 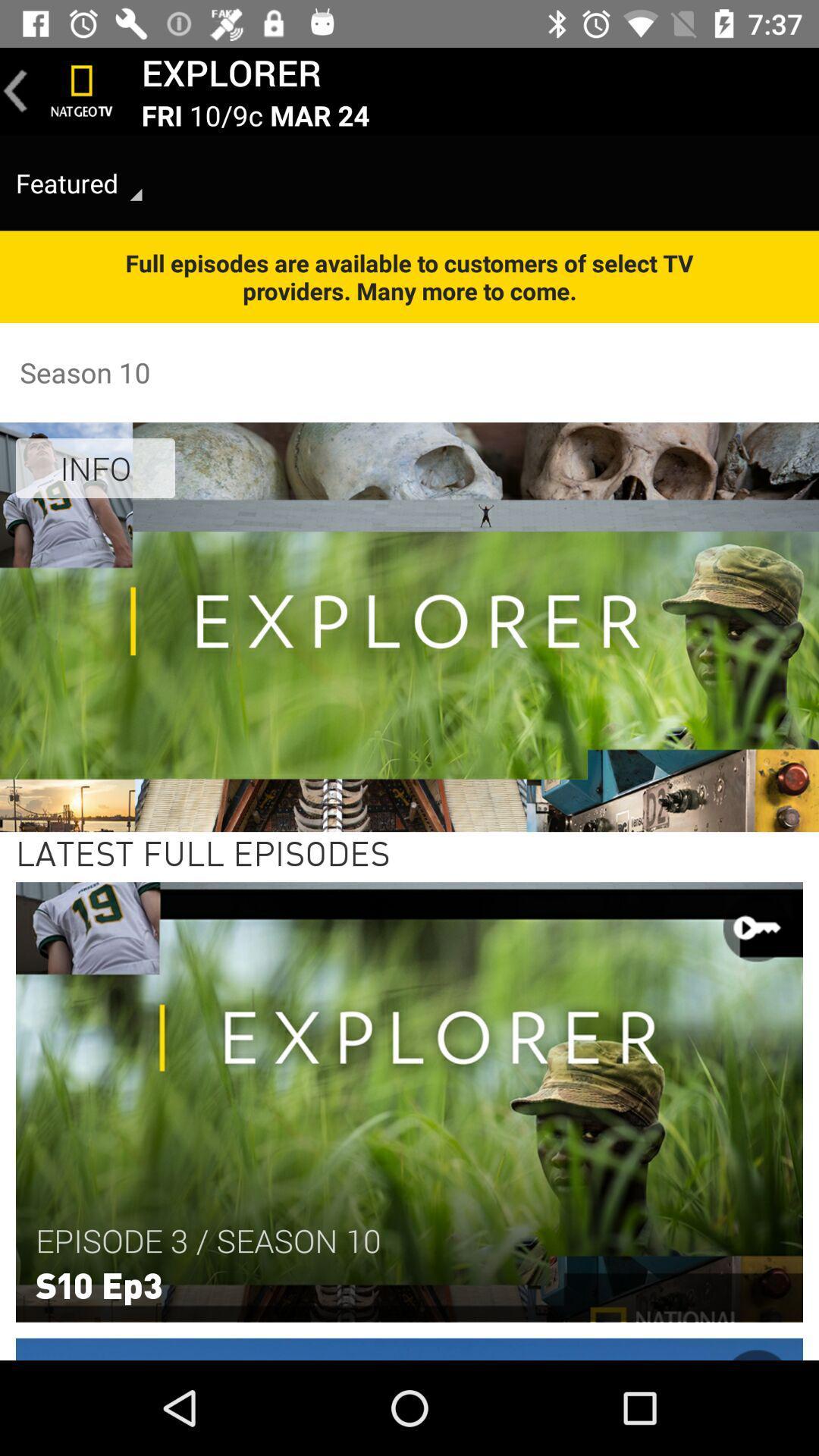 What do you see at coordinates (99, 1283) in the screenshot?
I see `the item below the episode 3 season item` at bounding box center [99, 1283].